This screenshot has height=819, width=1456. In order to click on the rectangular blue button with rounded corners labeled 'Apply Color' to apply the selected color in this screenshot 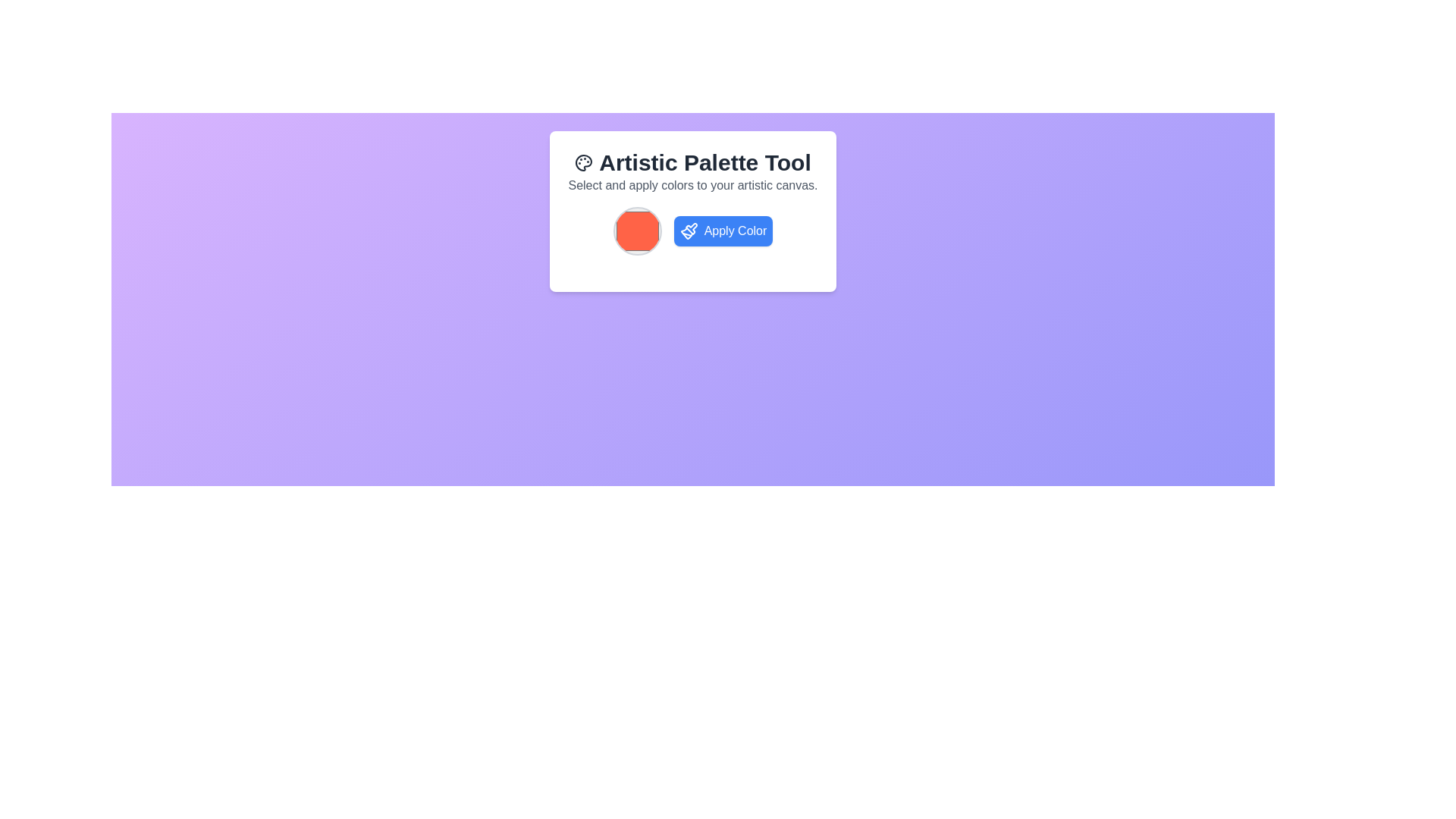, I will do `click(723, 231)`.